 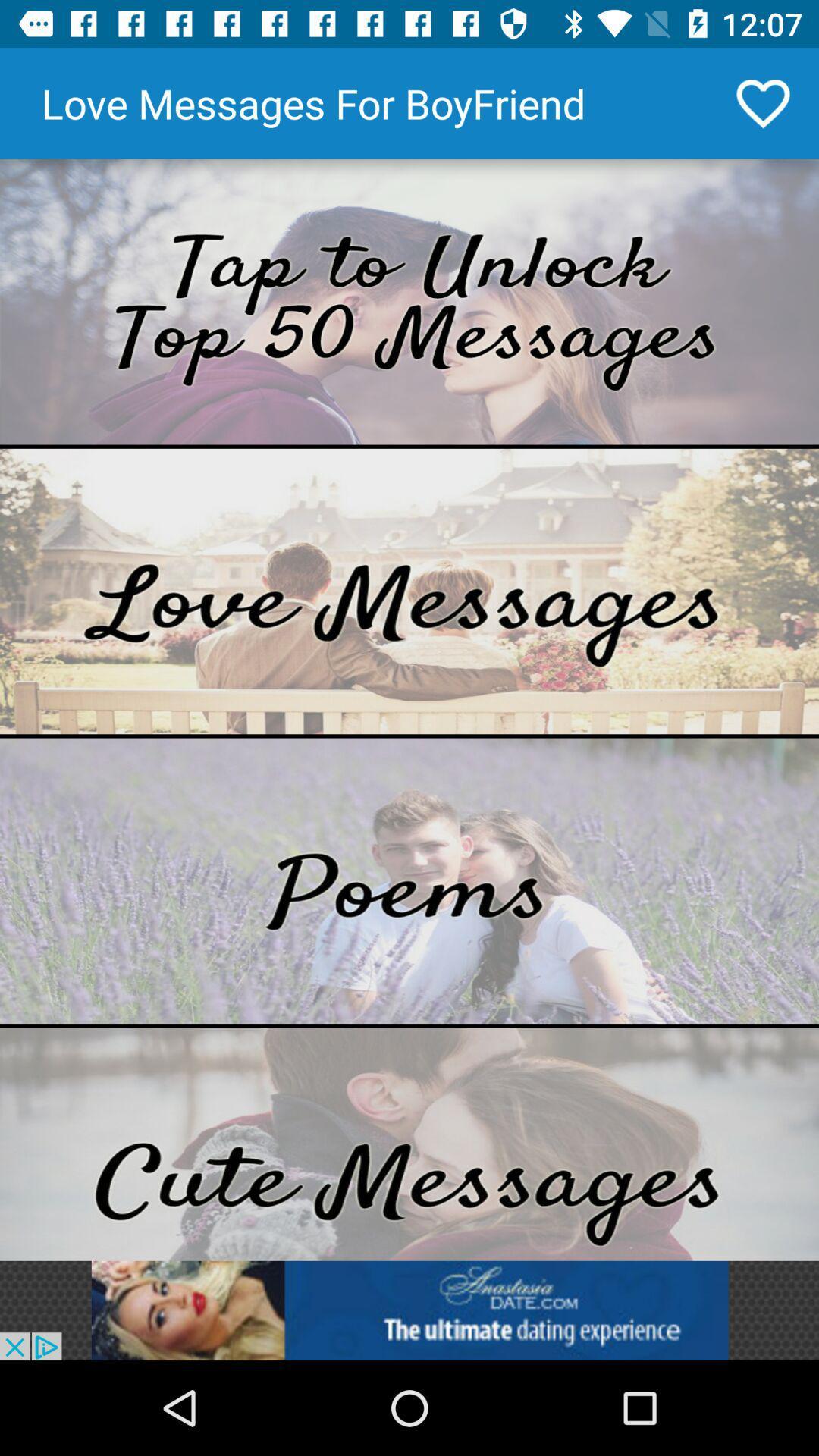 I want to click on next page, so click(x=409, y=302).